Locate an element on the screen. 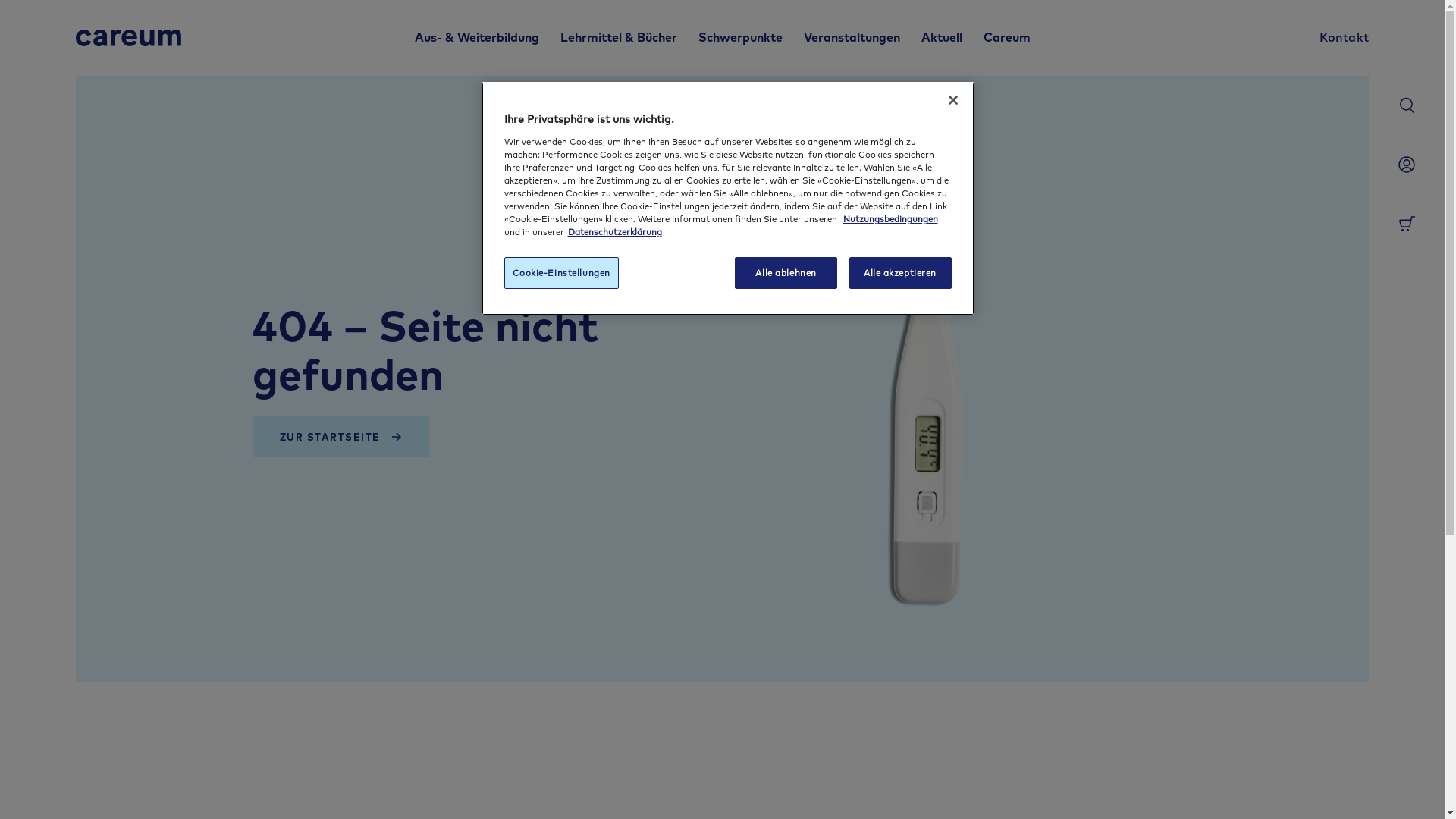 The width and height of the screenshot is (1456, 819). 'Alle ablehnen' is located at coordinates (786, 271).